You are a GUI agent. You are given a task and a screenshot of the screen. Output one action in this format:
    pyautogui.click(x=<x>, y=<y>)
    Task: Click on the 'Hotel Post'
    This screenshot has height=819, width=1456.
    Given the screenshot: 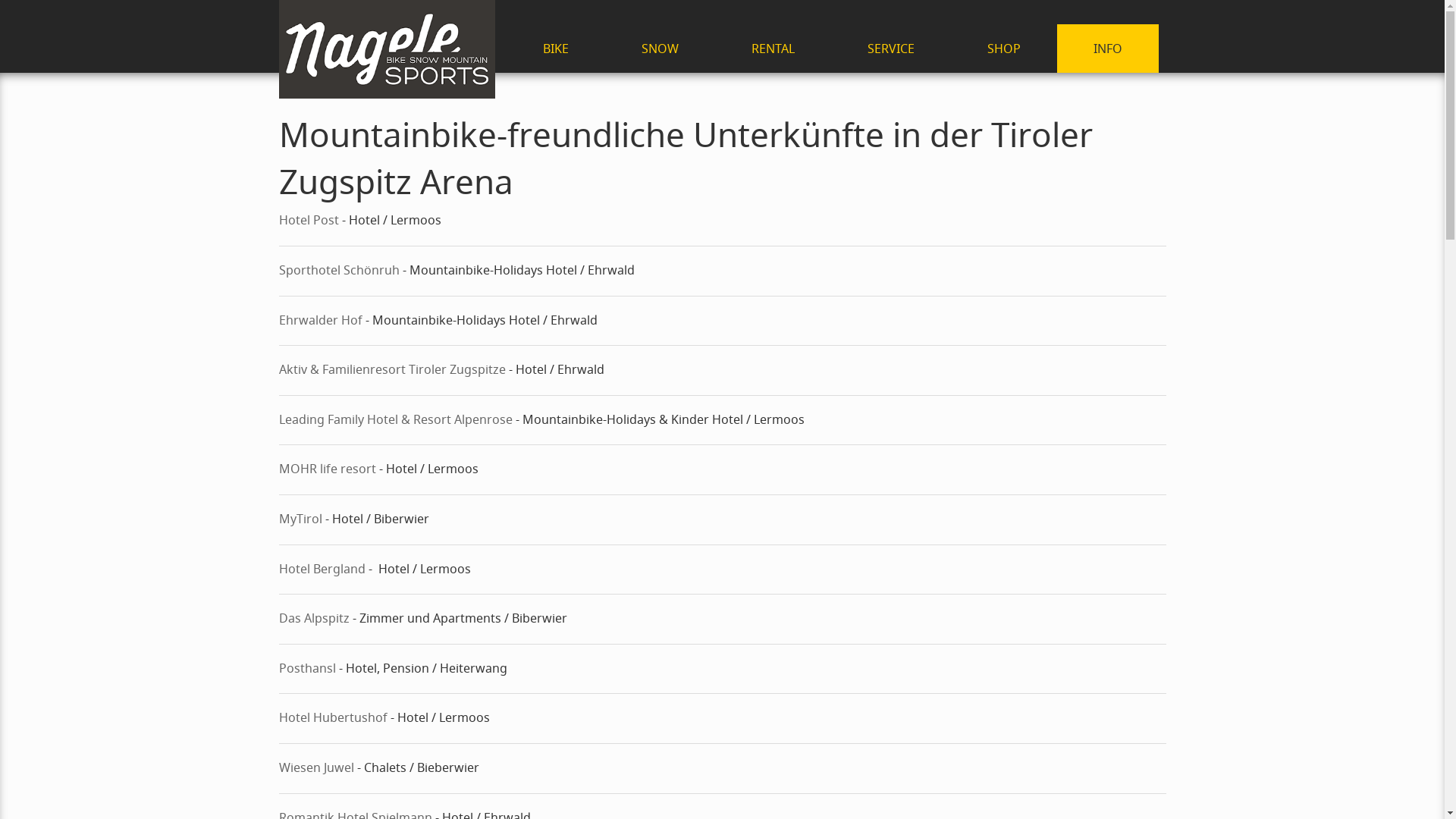 What is the action you would take?
    pyautogui.click(x=308, y=219)
    